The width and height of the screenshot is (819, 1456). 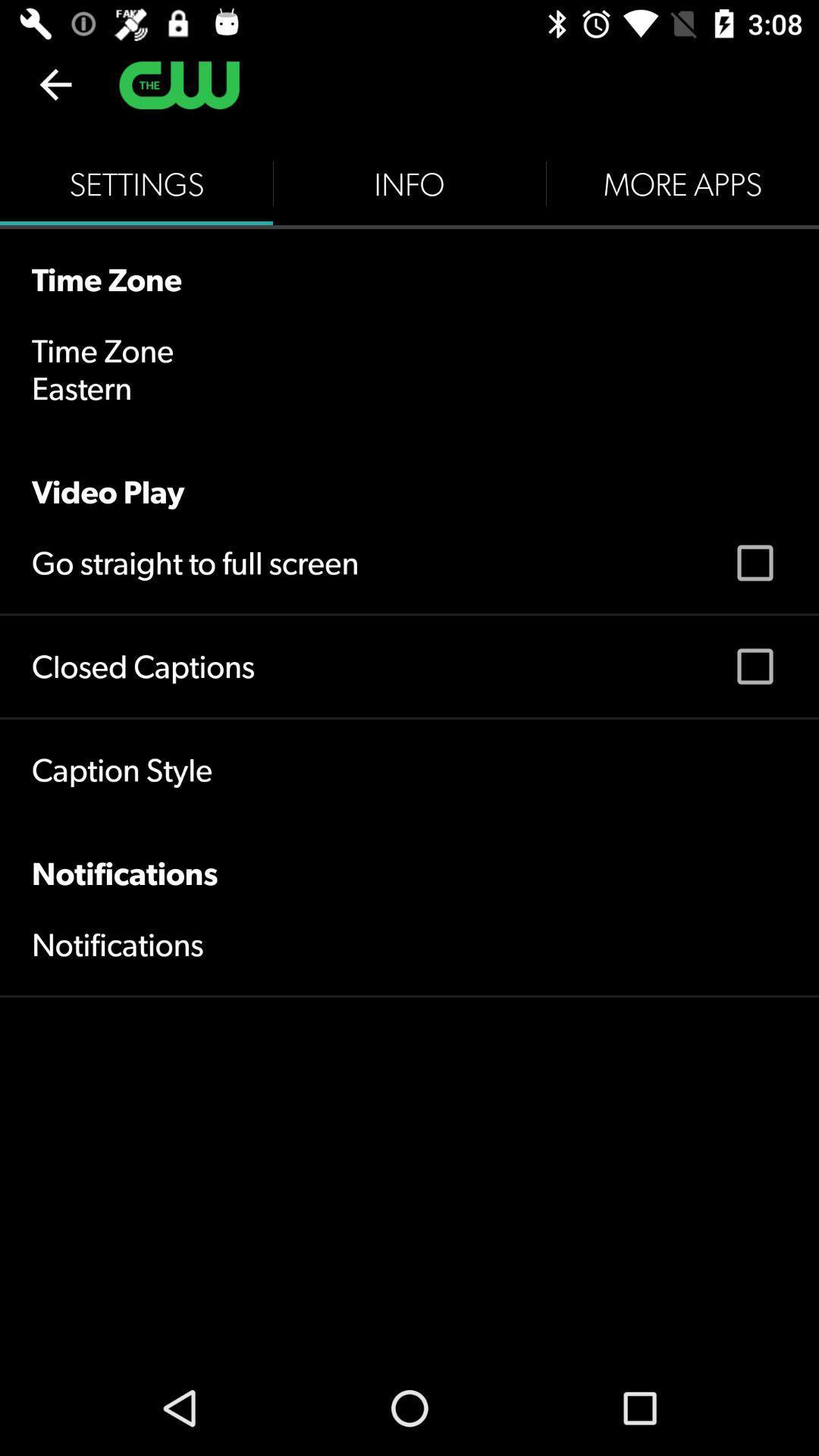 What do you see at coordinates (409, 184) in the screenshot?
I see `the item next to more apps item` at bounding box center [409, 184].